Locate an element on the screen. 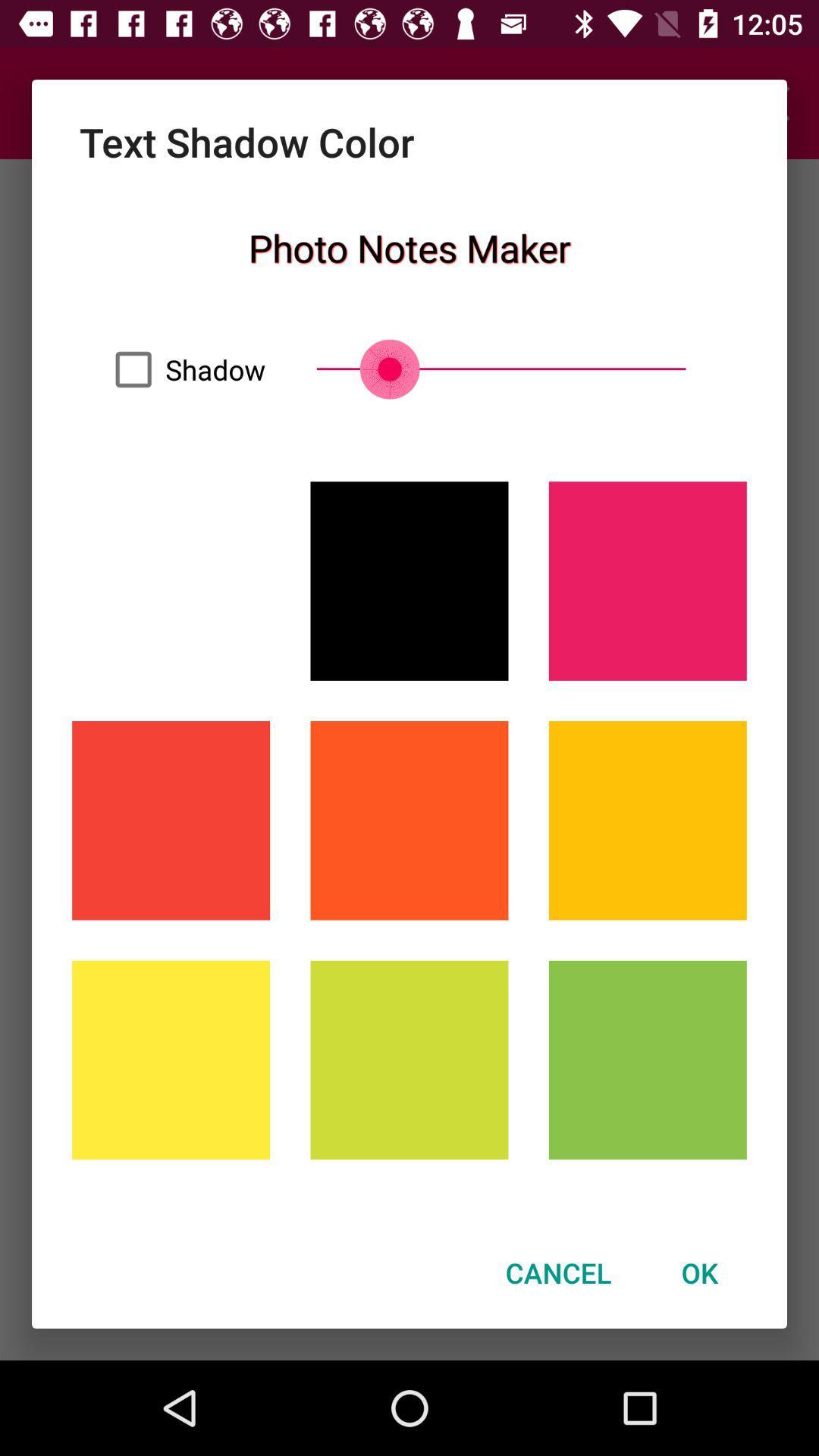 The height and width of the screenshot is (1456, 819). item to the right of cancel item is located at coordinates (699, 1272).